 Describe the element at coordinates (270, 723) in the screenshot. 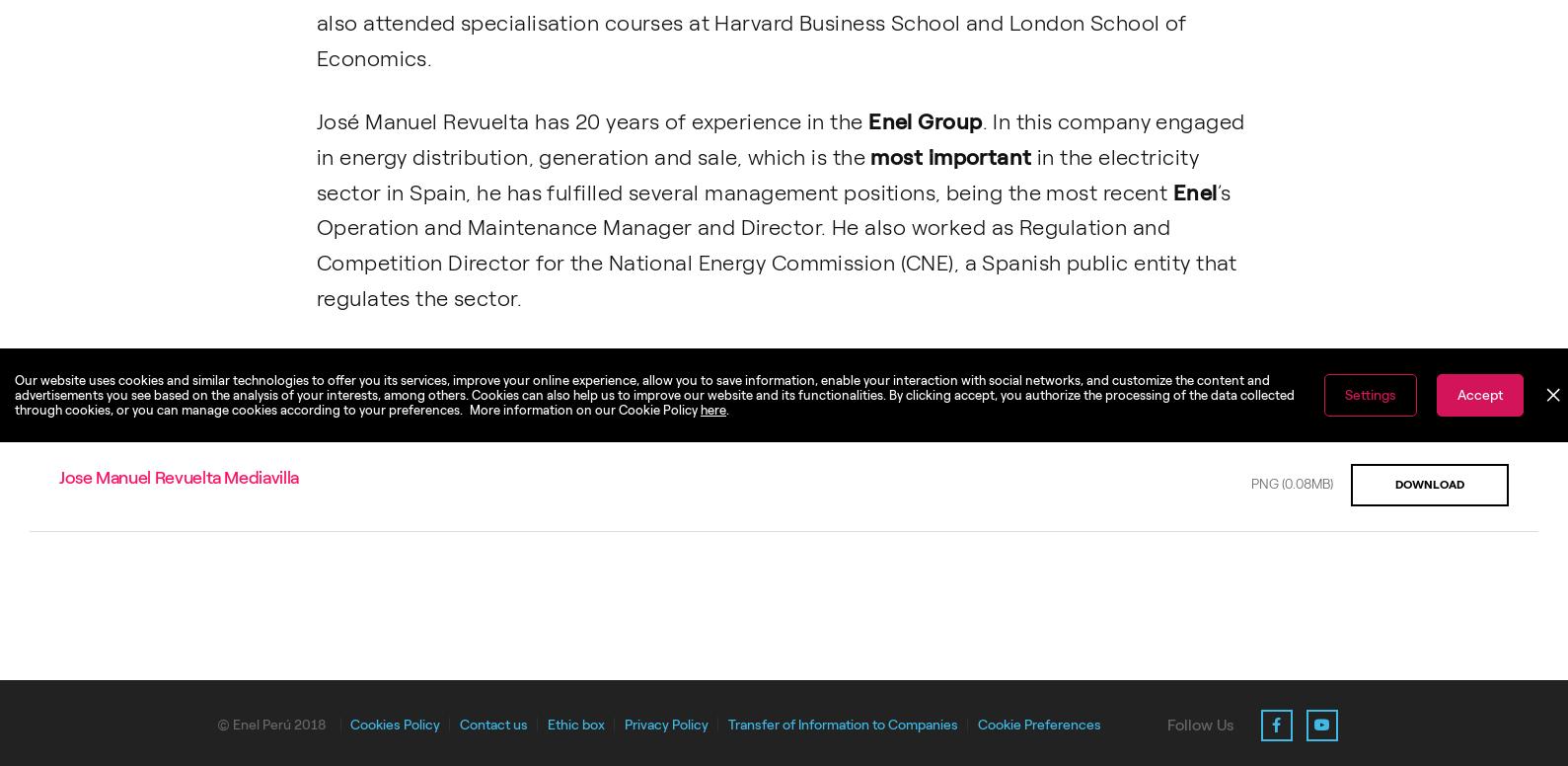

I see `'© Enel Perú 2018'` at that location.